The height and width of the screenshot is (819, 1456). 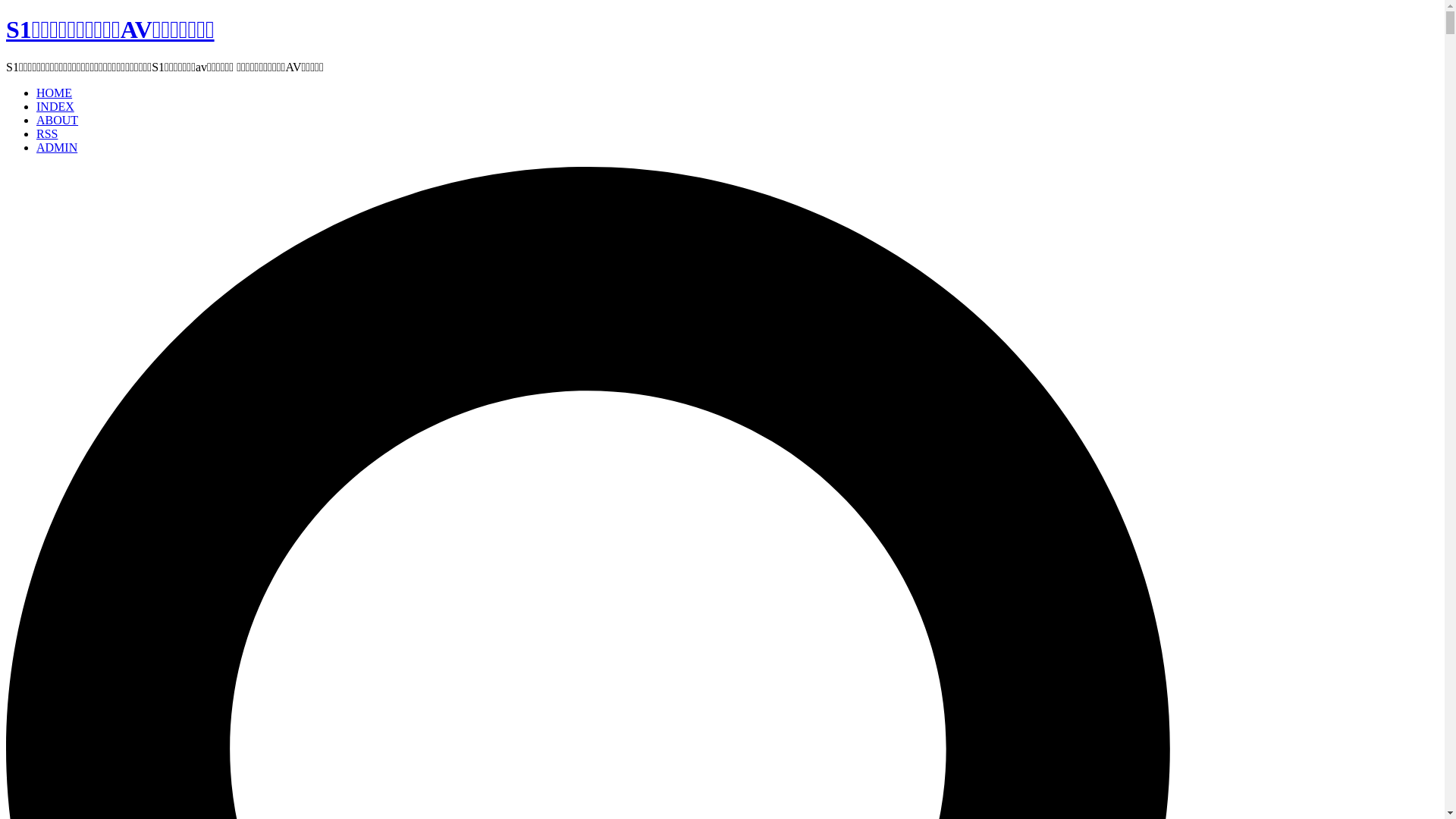 What do you see at coordinates (57, 119) in the screenshot?
I see `'ABOUT'` at bounding box center [57, 119].